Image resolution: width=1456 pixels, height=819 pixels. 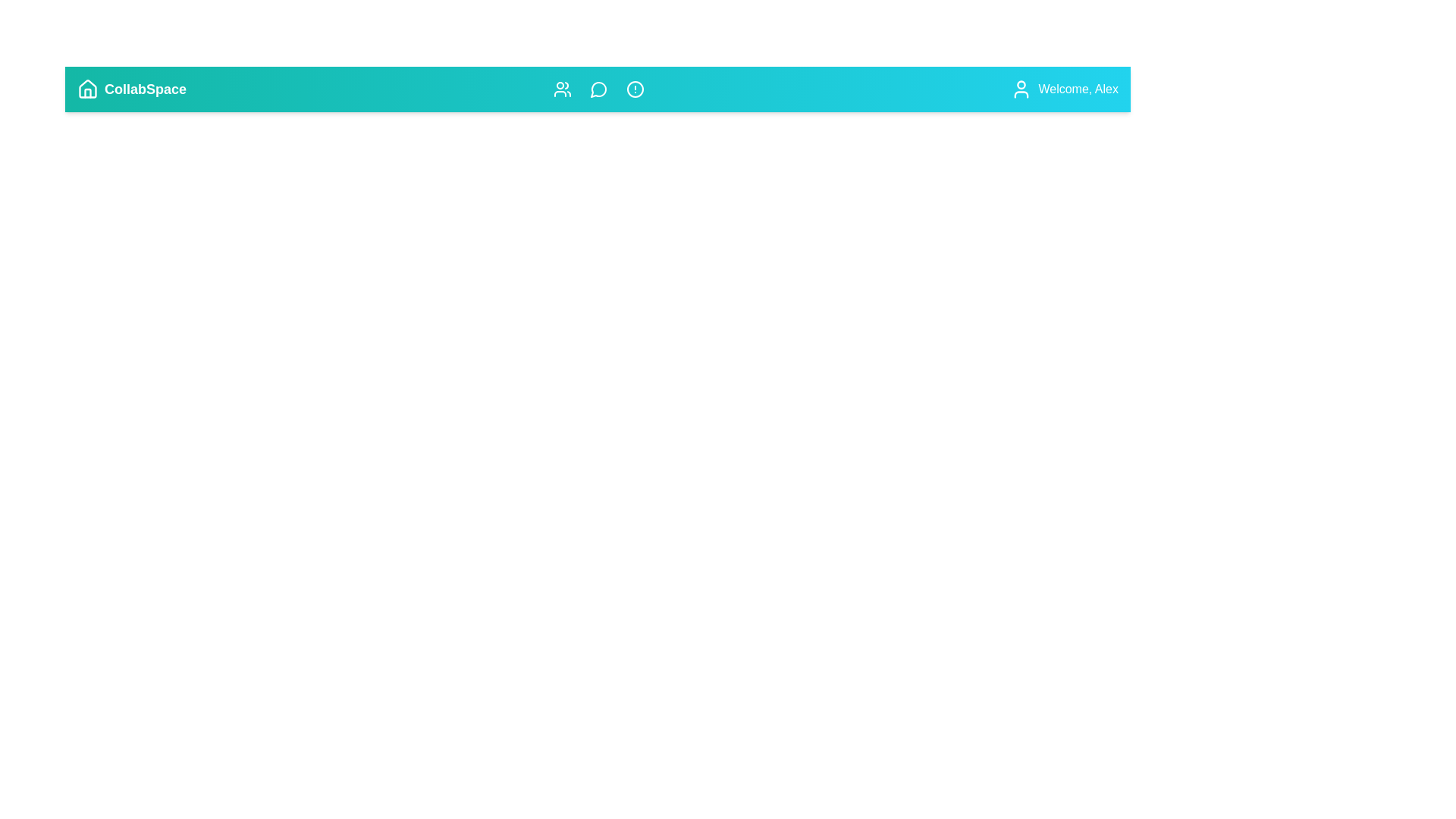 I want to click on the Messages icon to access the messaging feature, so click(x=598, y=89).